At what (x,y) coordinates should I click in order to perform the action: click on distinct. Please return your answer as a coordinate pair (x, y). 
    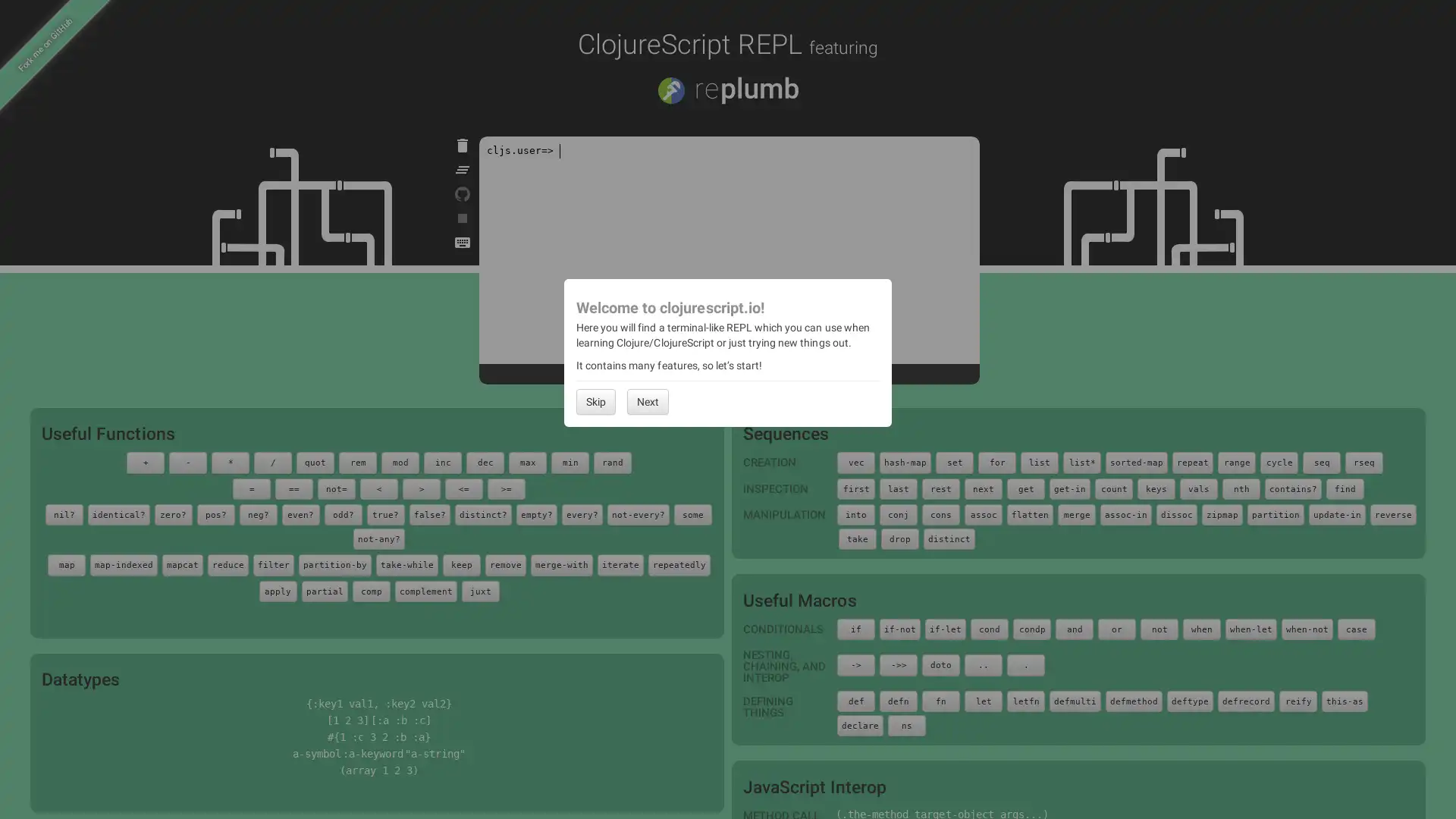
    Looking at the image, I should click on (949, 538).